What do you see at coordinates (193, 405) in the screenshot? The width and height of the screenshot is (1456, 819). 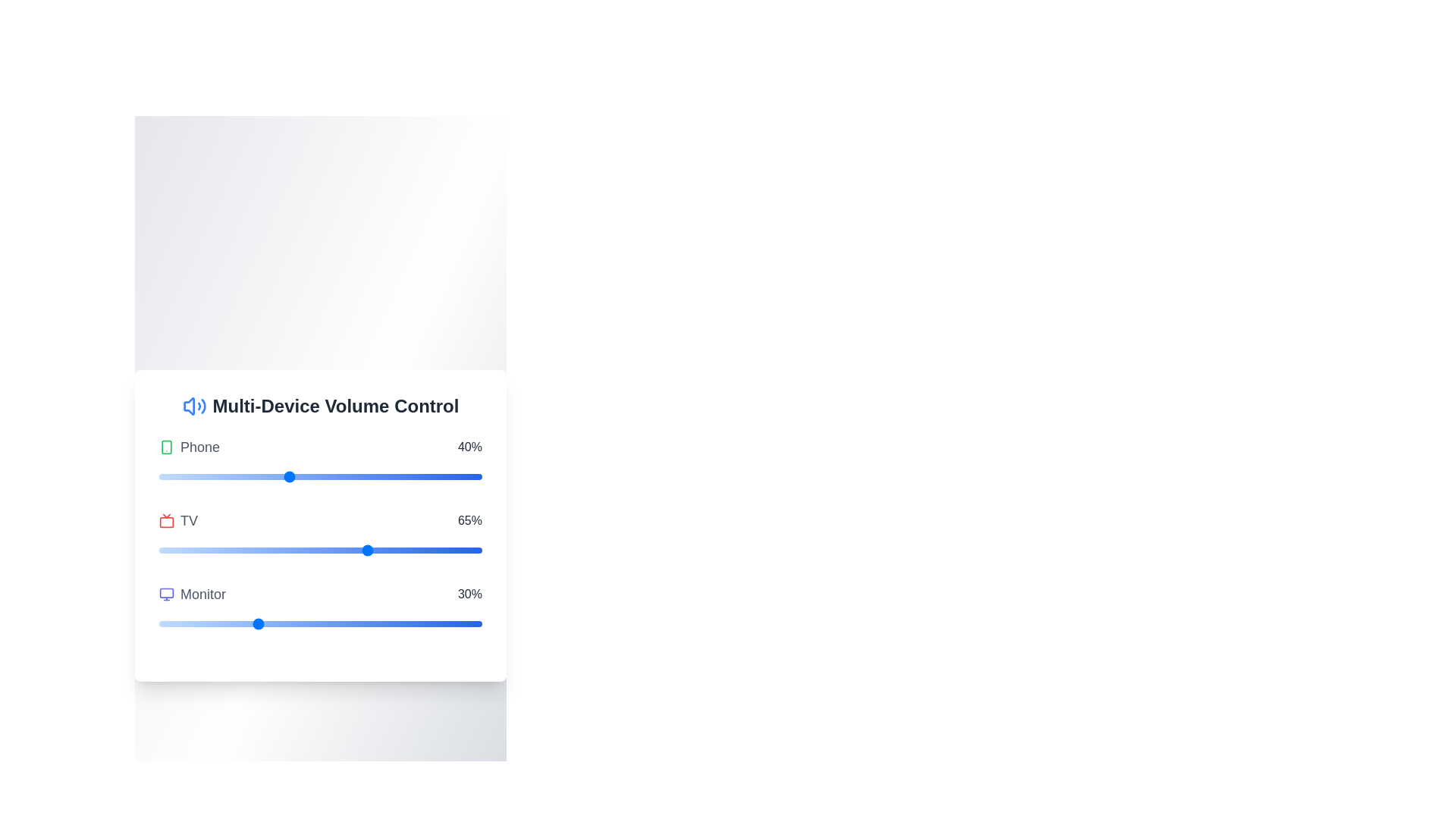 I see `the blue speaker-shaped icon with sound waves located to the left of the 'Multi-Device Volume Control' text` at bounding box center [193, 405].